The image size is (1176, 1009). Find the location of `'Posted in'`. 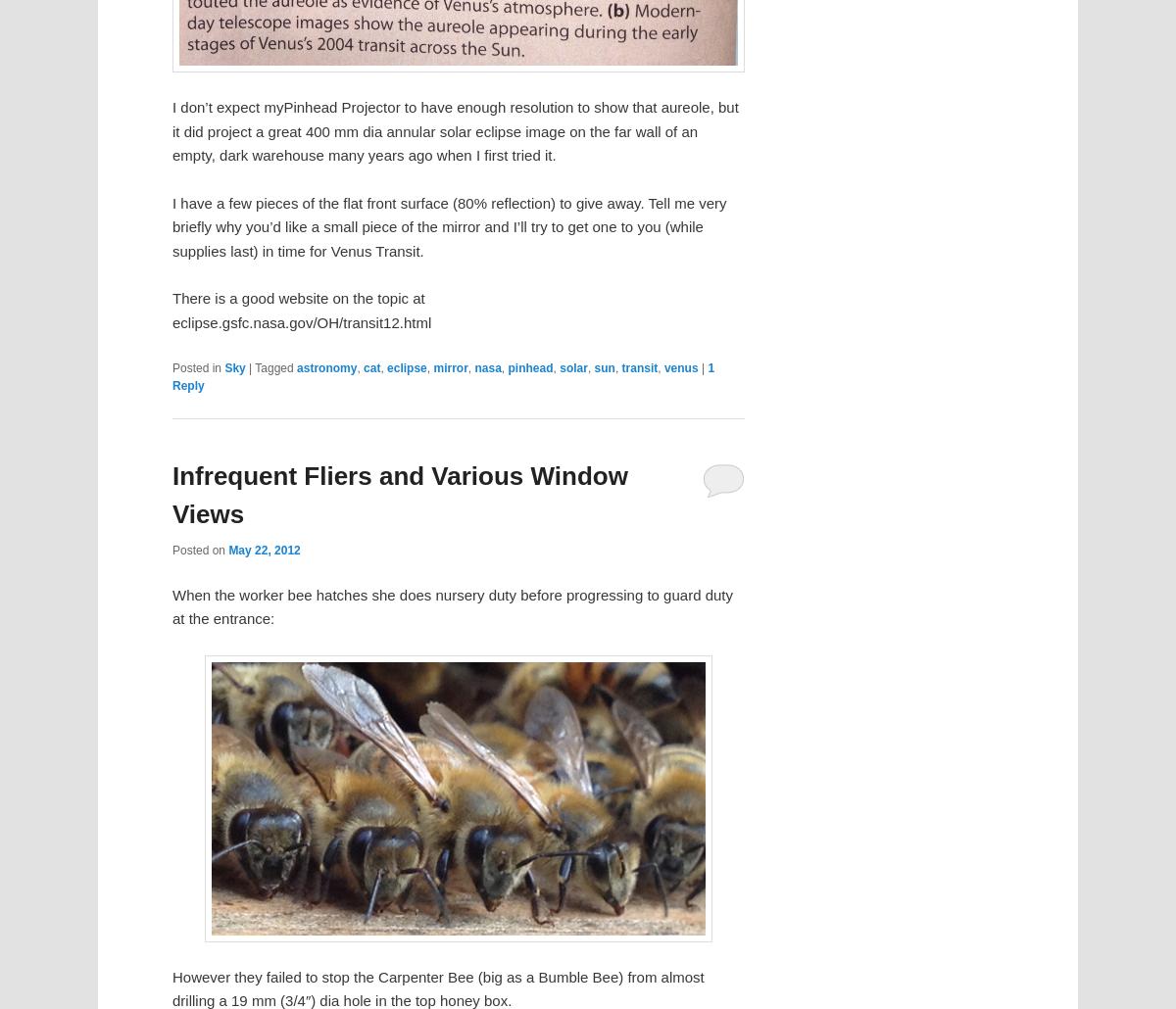

'Posted in' is located at coordinates (196, 367).